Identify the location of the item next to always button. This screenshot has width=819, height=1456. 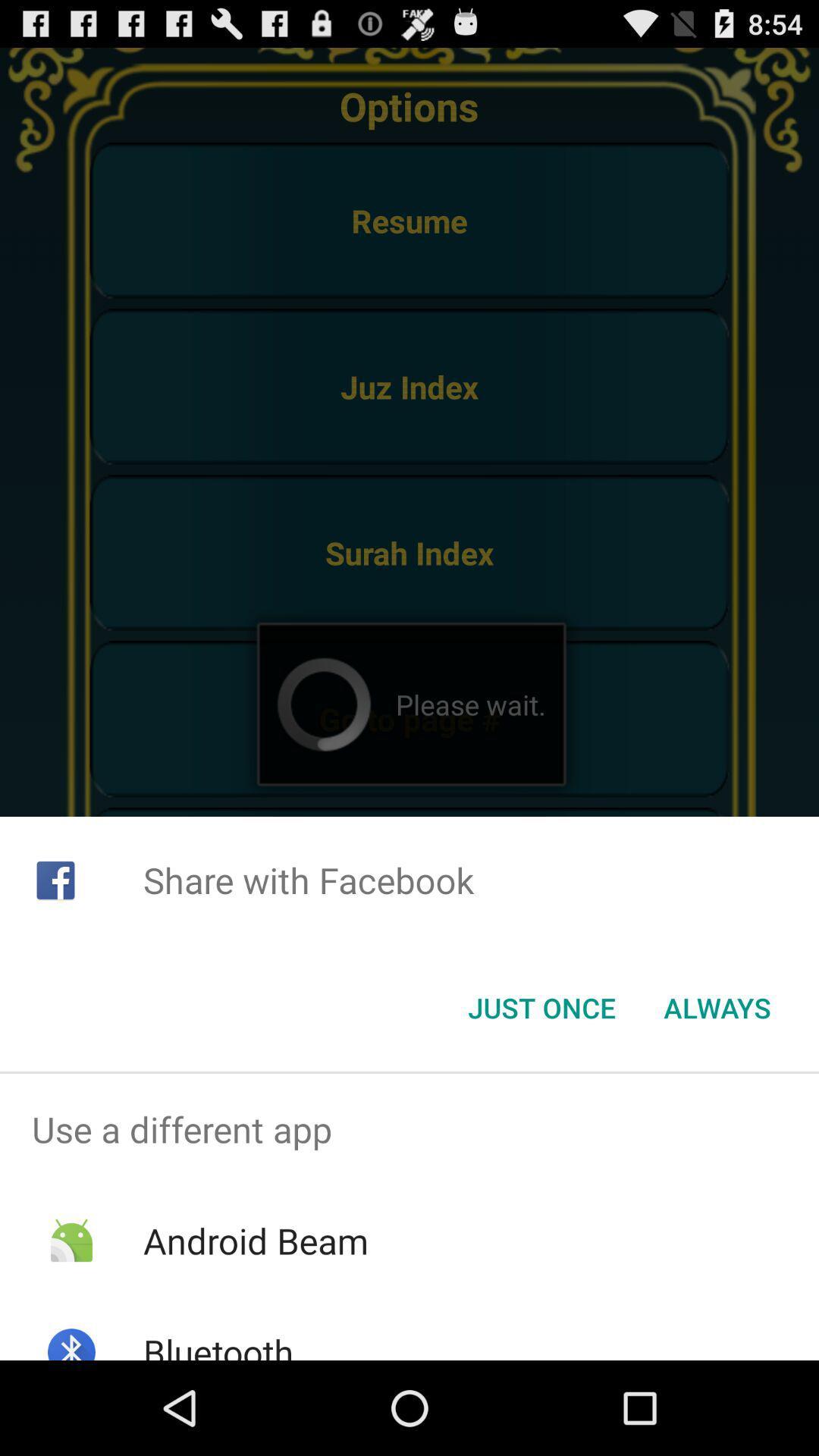
(541, 1008).